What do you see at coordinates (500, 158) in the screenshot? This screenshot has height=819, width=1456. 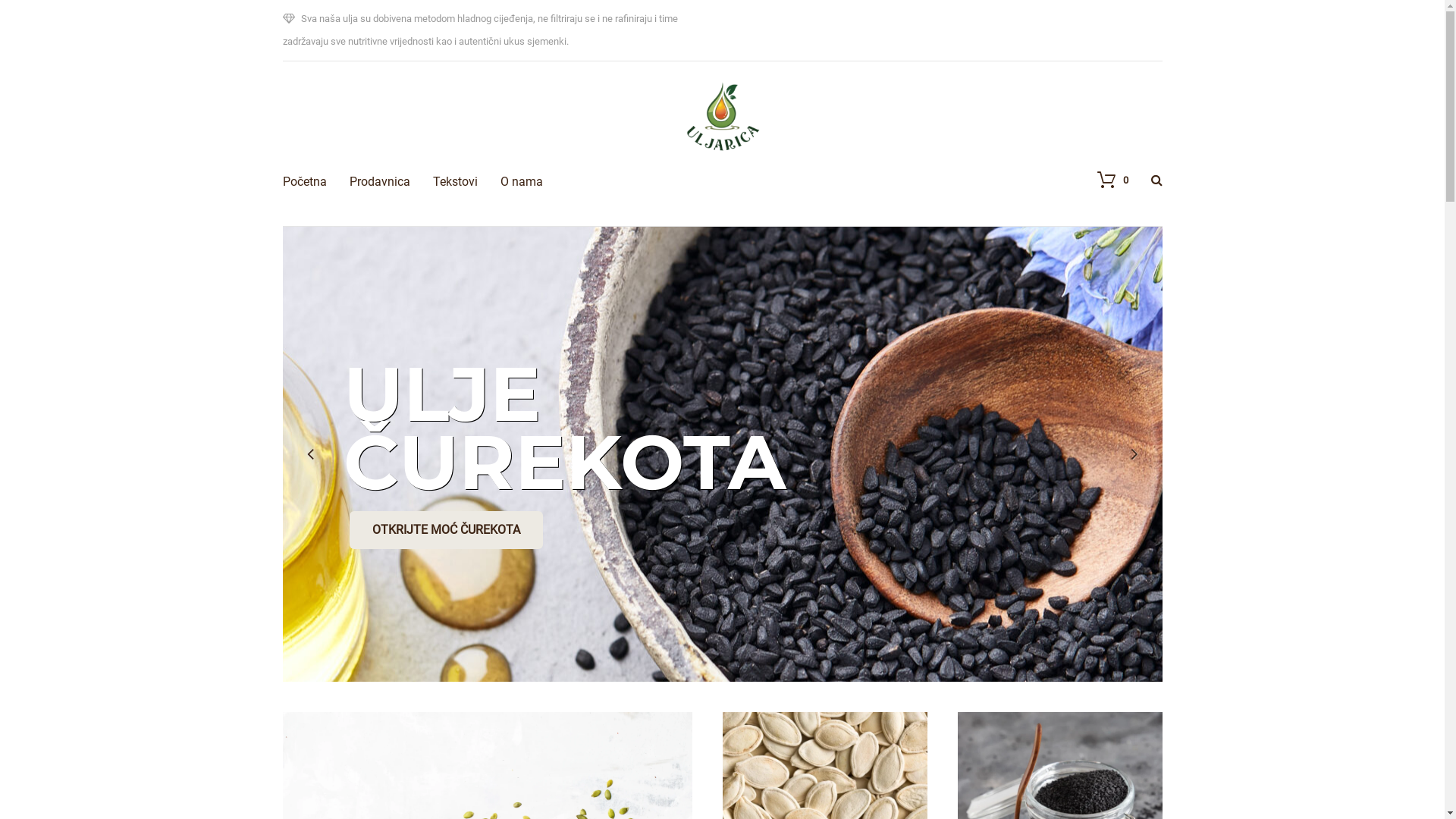 I see `'O nama'` at bounding box center [500, 158].